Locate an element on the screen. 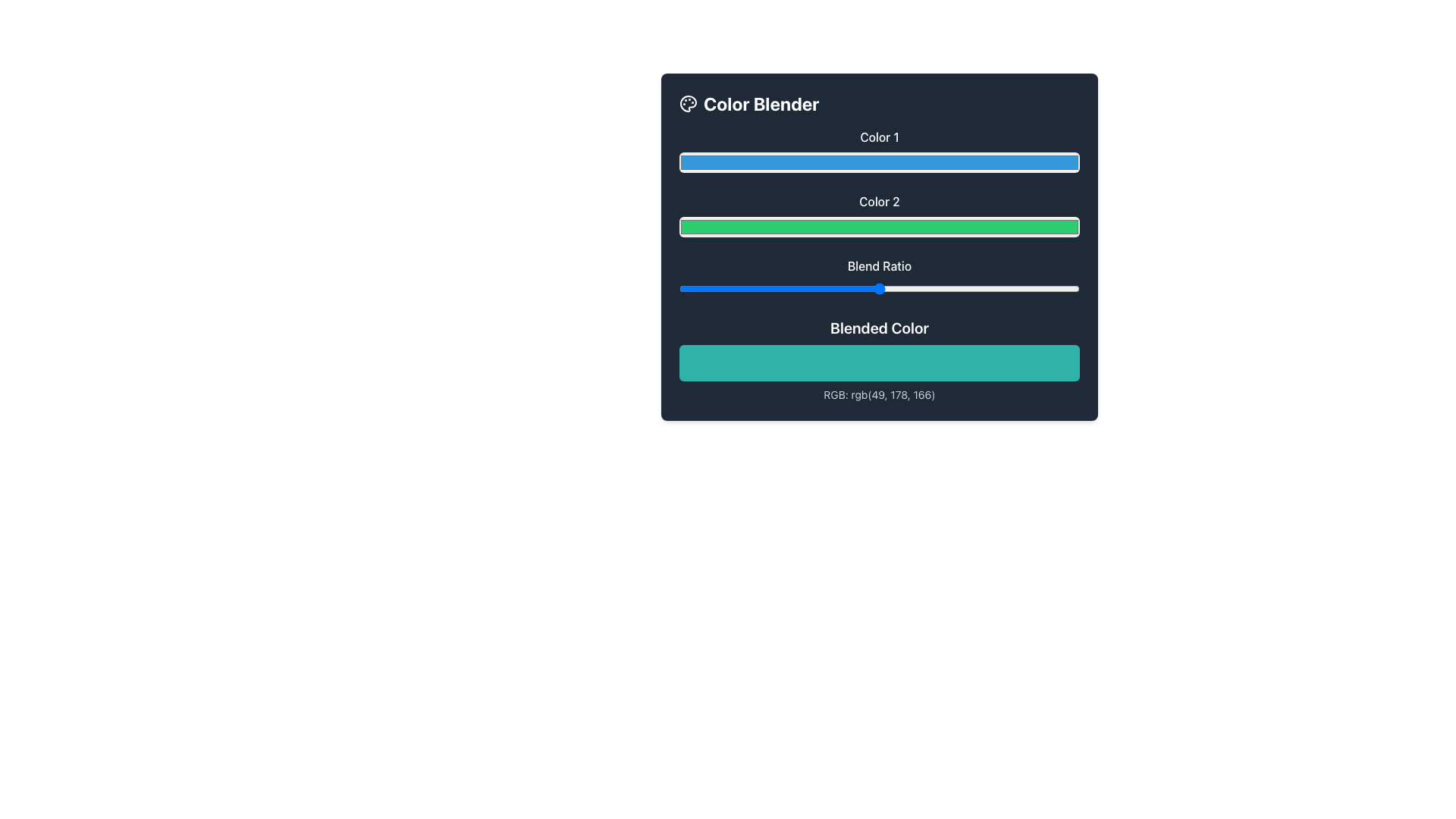  the color picker input field located centrally below the label 'Color 1' is located at coordinates (880, 162).